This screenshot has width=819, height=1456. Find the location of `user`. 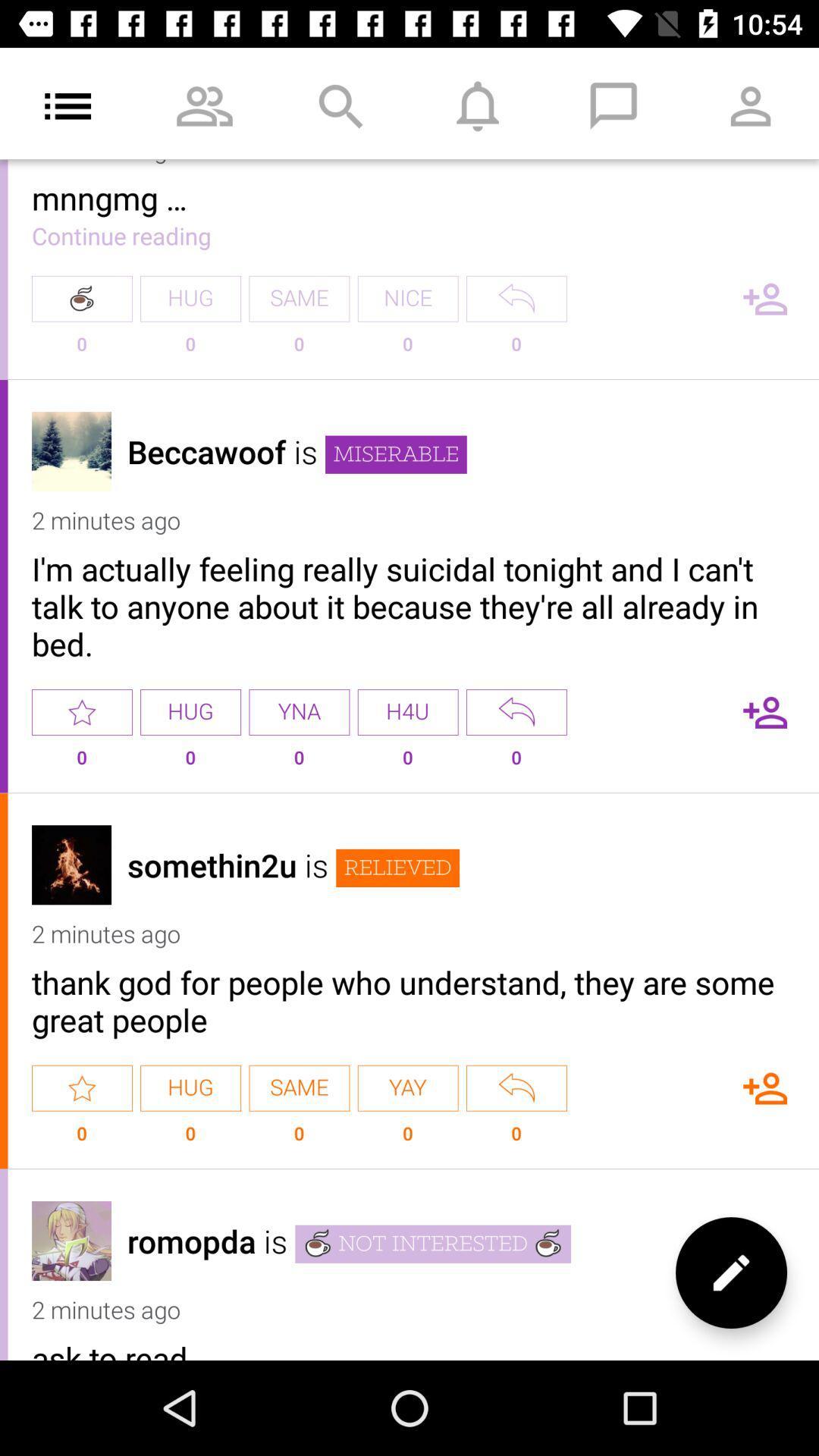

user is located at coordinates (765, 711).